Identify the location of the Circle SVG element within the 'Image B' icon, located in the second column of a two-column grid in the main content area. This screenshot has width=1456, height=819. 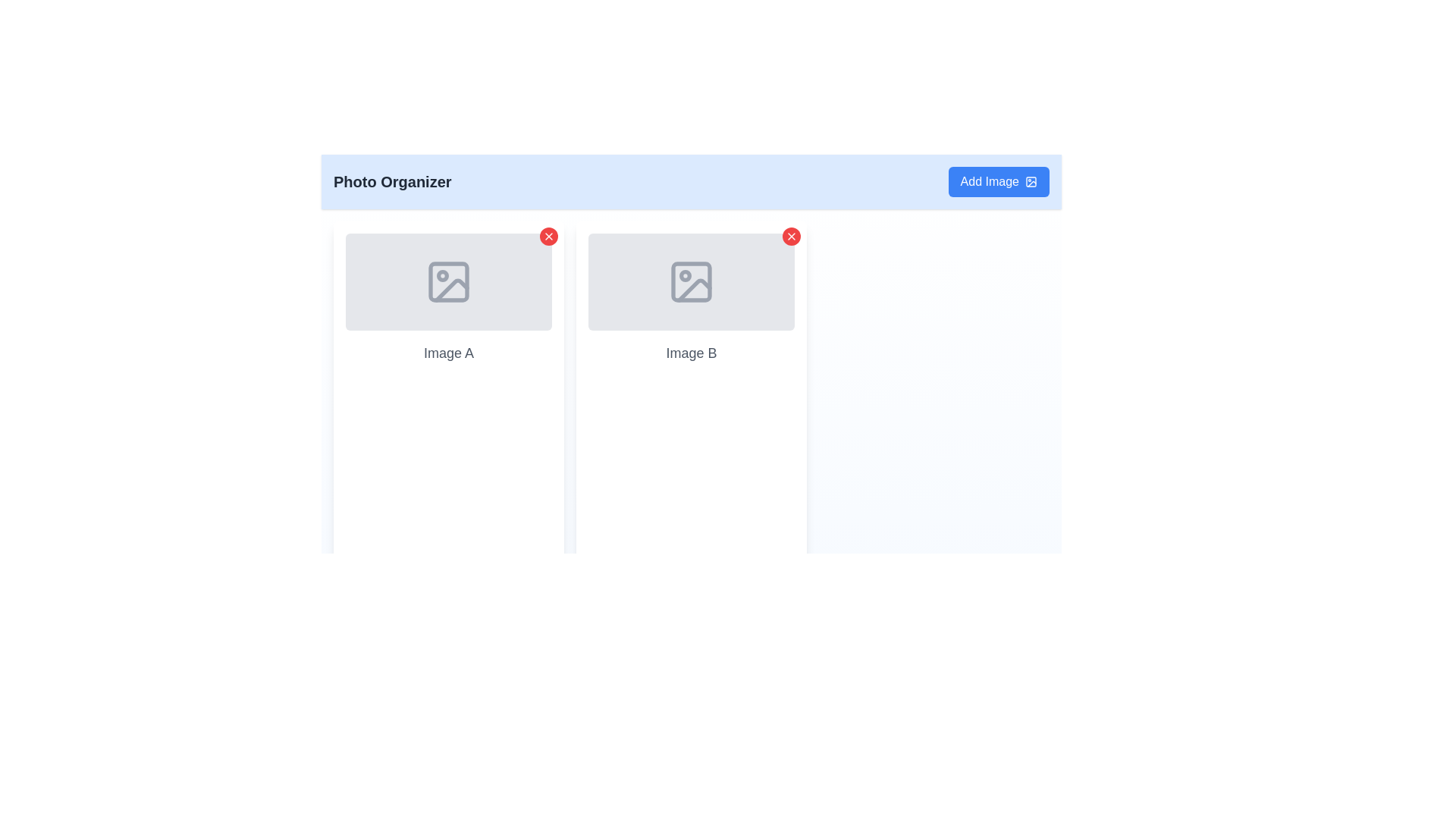
(684, 275).